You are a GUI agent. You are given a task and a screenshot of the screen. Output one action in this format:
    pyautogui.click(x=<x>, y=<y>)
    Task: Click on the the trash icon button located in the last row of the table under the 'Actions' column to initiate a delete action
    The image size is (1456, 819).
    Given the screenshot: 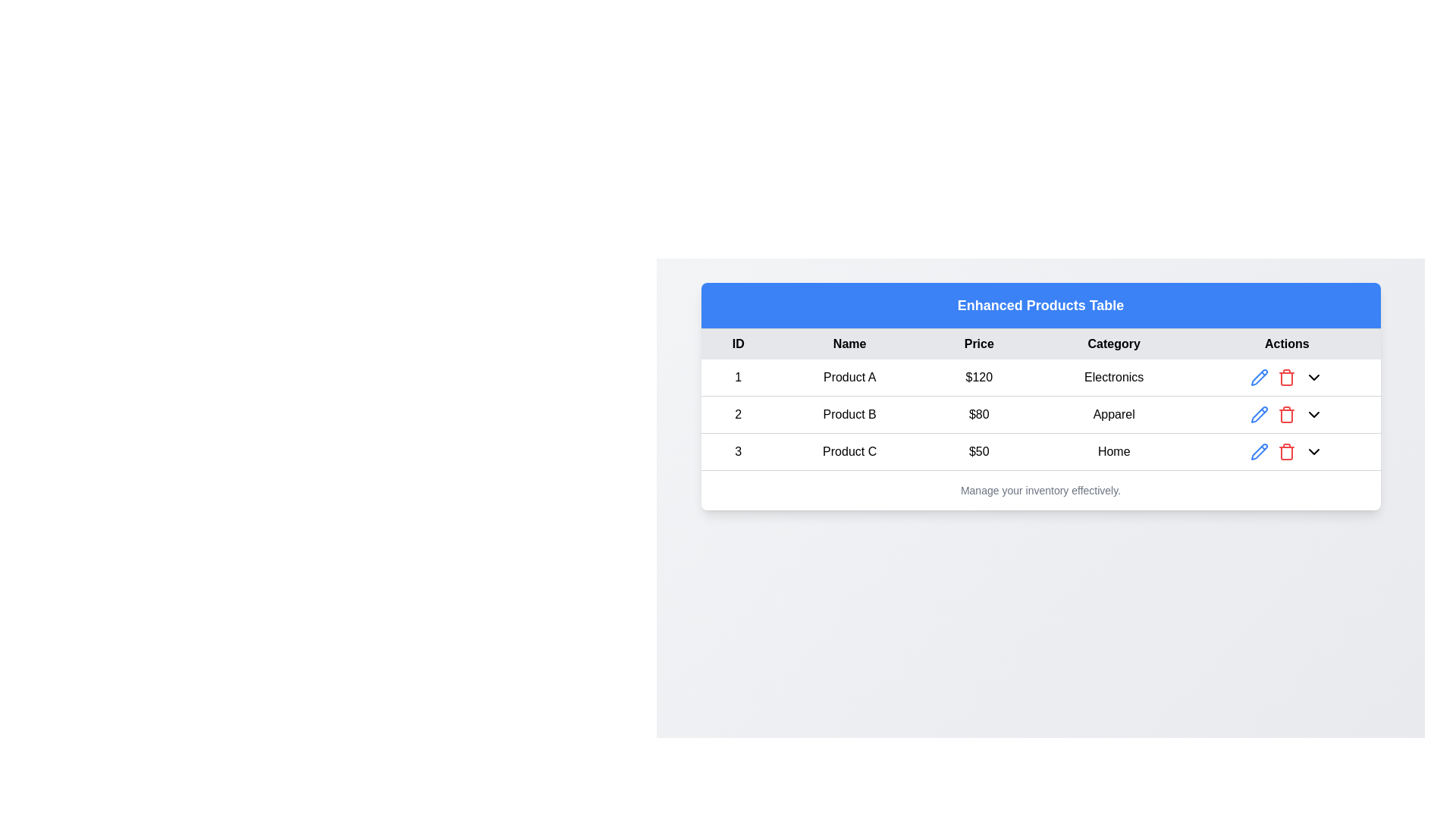 What is the action you would take?
    pyautogui.click(x=1286, y=451)
    